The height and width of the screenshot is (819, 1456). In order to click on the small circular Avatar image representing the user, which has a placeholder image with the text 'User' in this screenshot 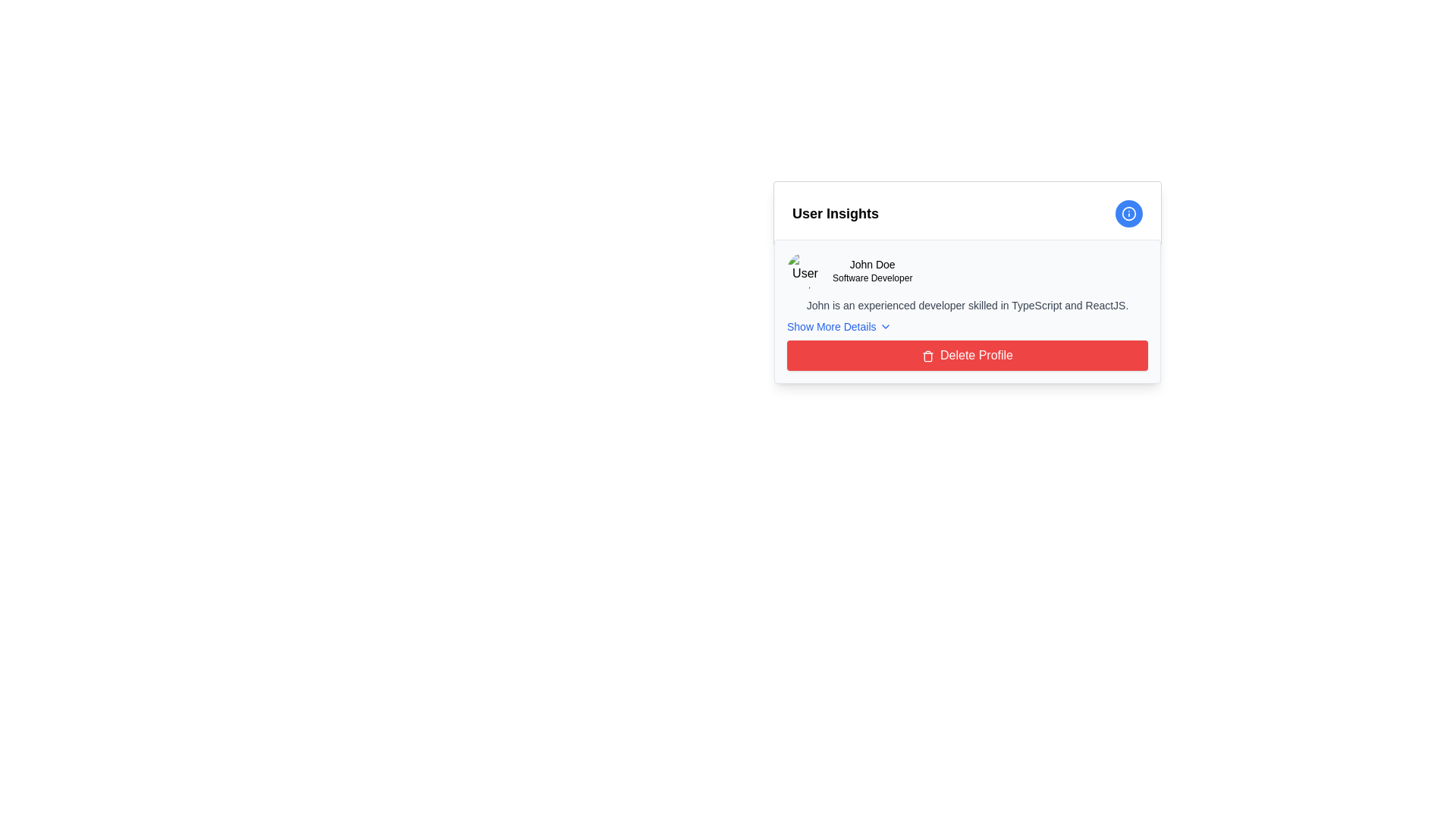, I will do `click(804, 270)`.